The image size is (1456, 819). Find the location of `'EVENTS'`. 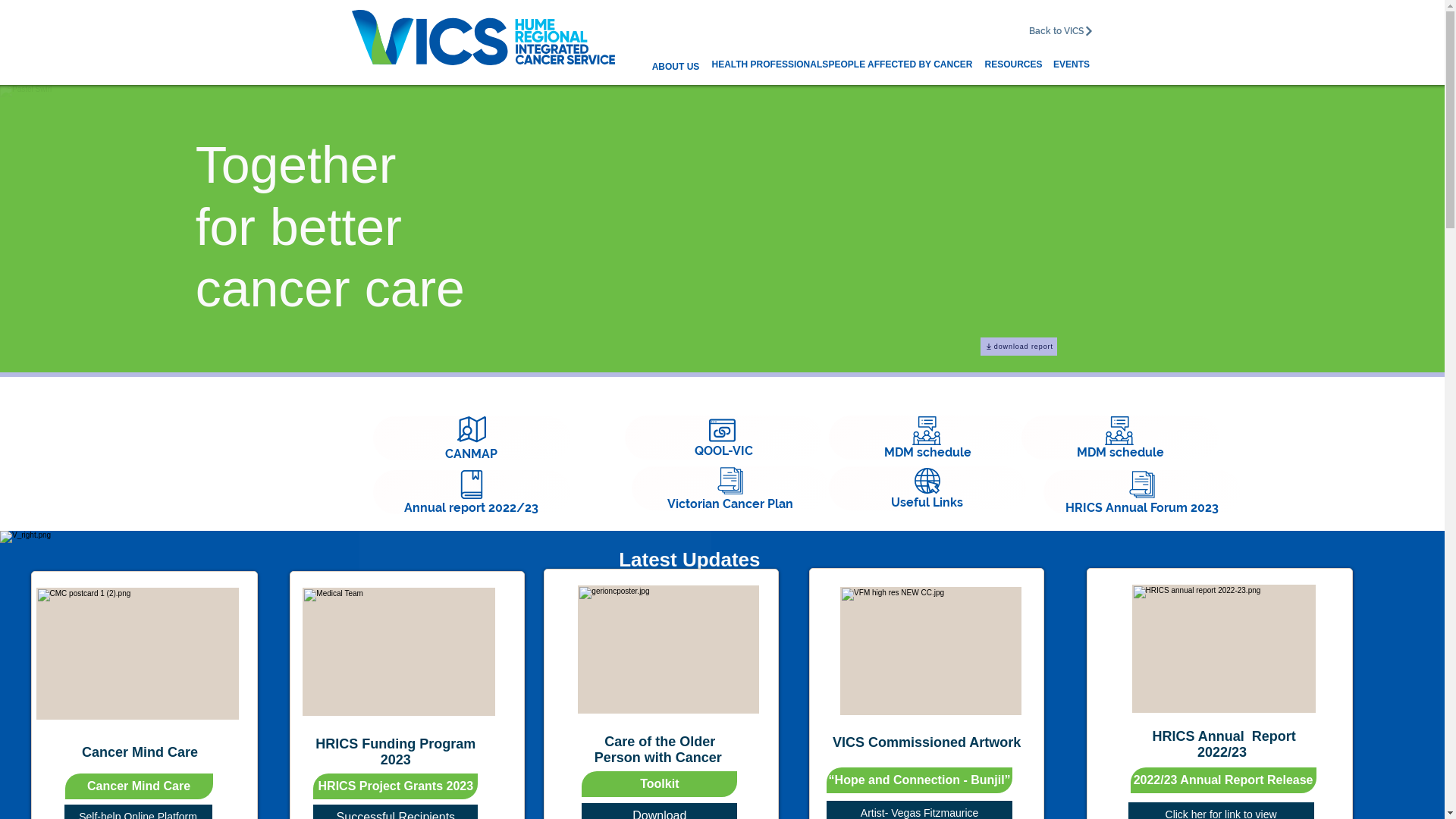

'EVENTS' is located at coordinates (1070, 64).